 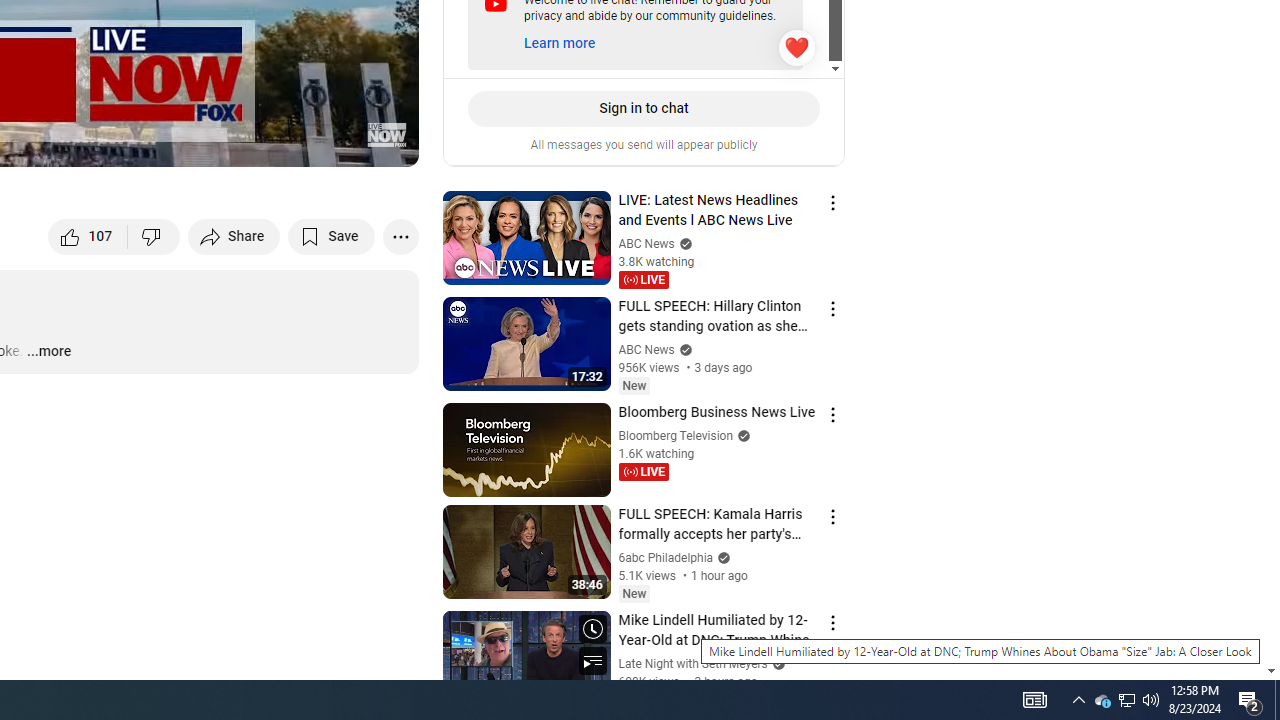 I want to click on 'Theater mode (t)', so click(x=334, y=141).